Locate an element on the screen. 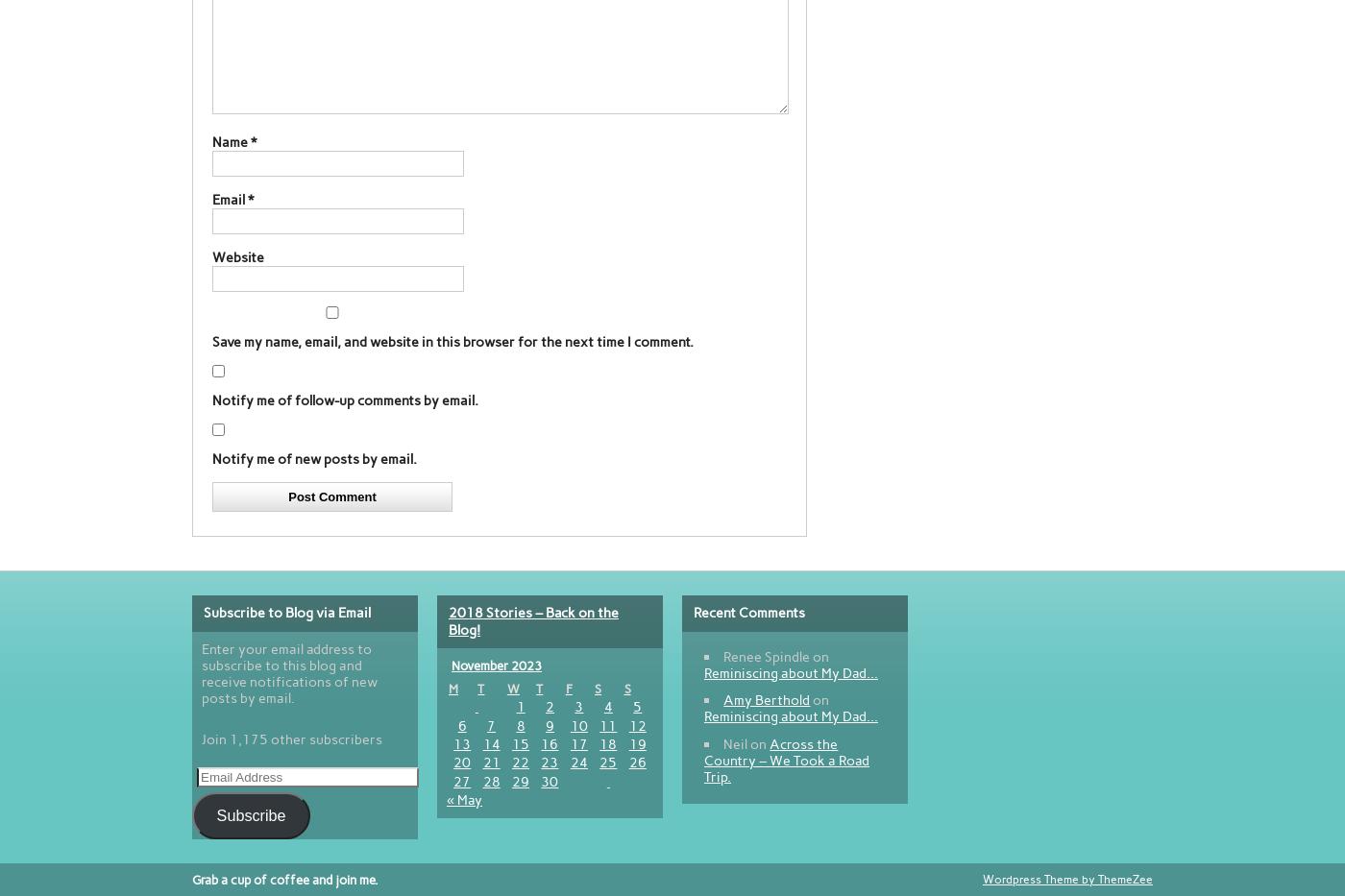 The width and height of the screenshot is (1345, 896). 'W' is located at coordinates (505, 689).